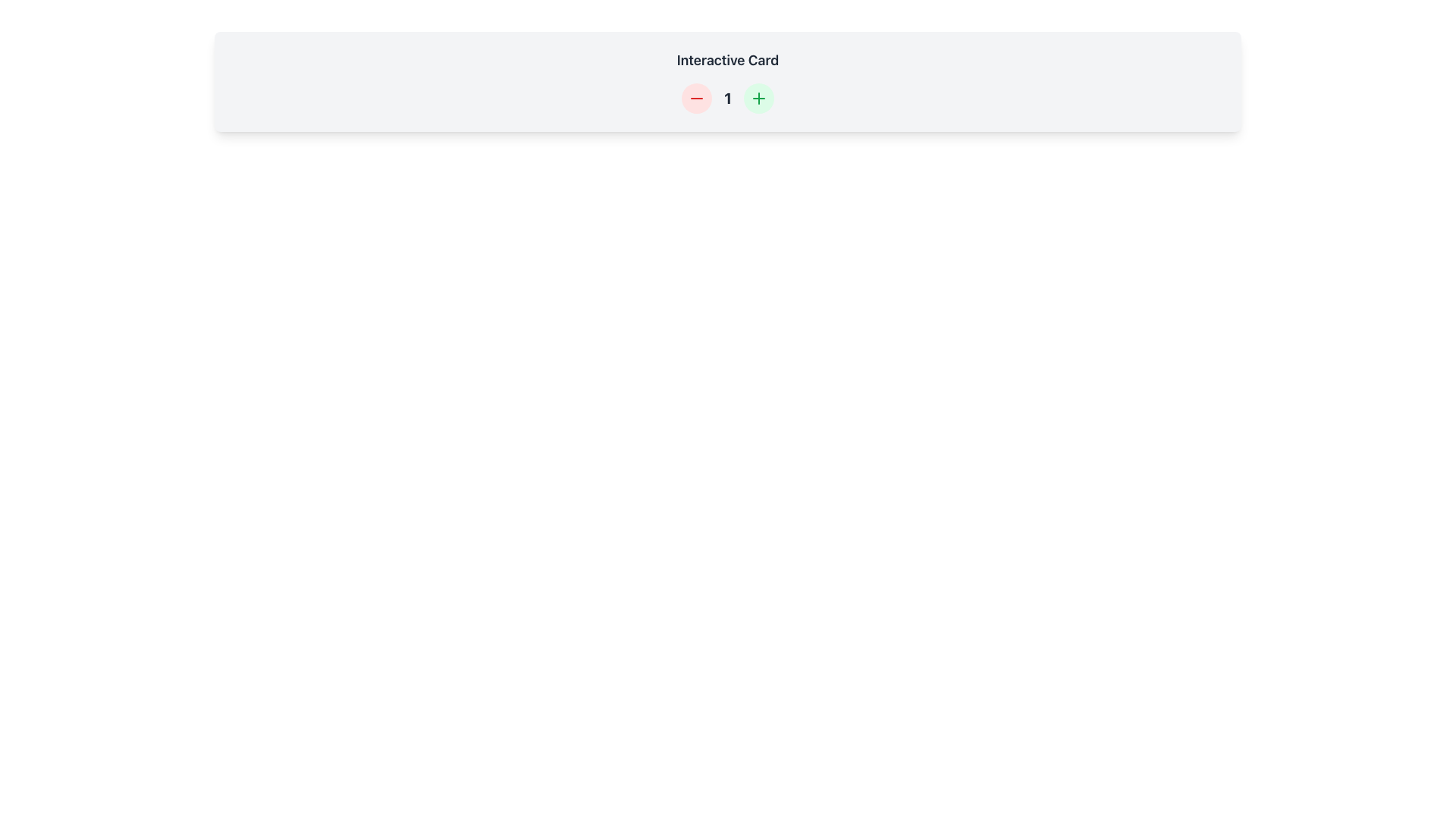 This screenshot has height=819, width=1456. I want to click on the rounded light green button with a green plus icon, so click(758, 99).